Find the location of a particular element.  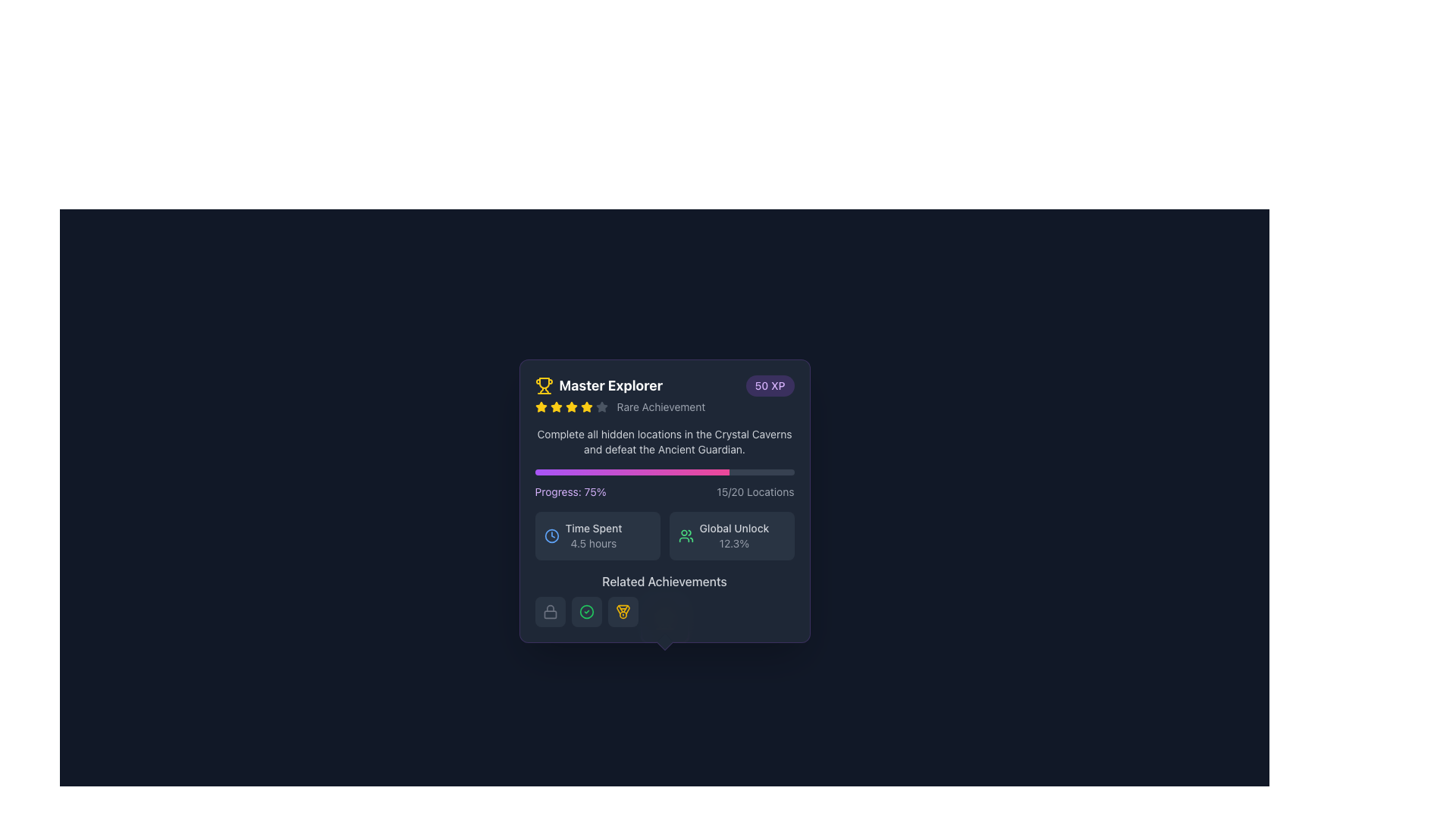

the first icon from the left in a horizontal set of icons at the bottom of a card-like section, which represents a locked or restricted state is located at coordinates (549, 610).